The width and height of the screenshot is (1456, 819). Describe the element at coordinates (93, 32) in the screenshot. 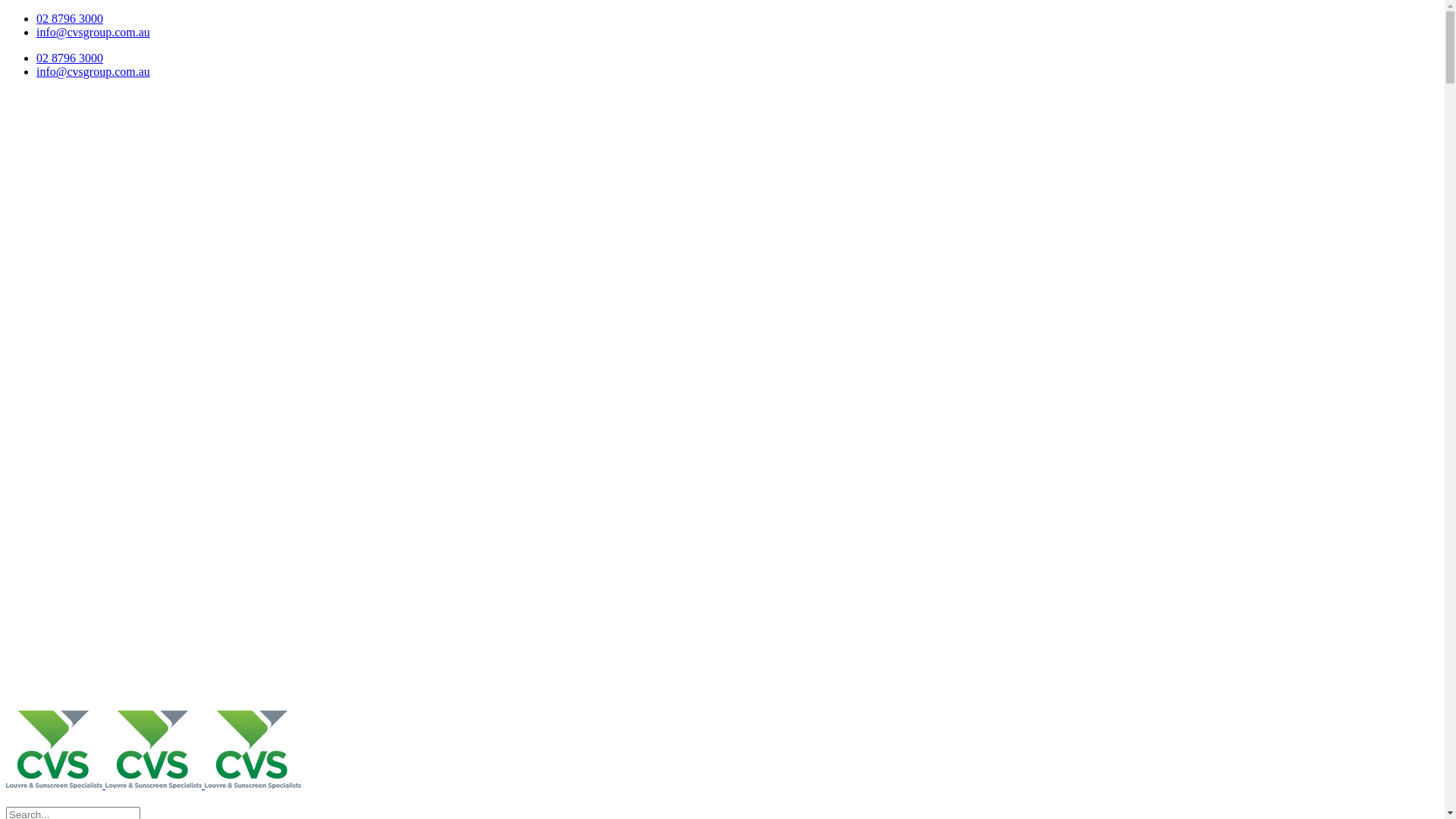

I see `'info@cvsgroup.com.au'` at that location.